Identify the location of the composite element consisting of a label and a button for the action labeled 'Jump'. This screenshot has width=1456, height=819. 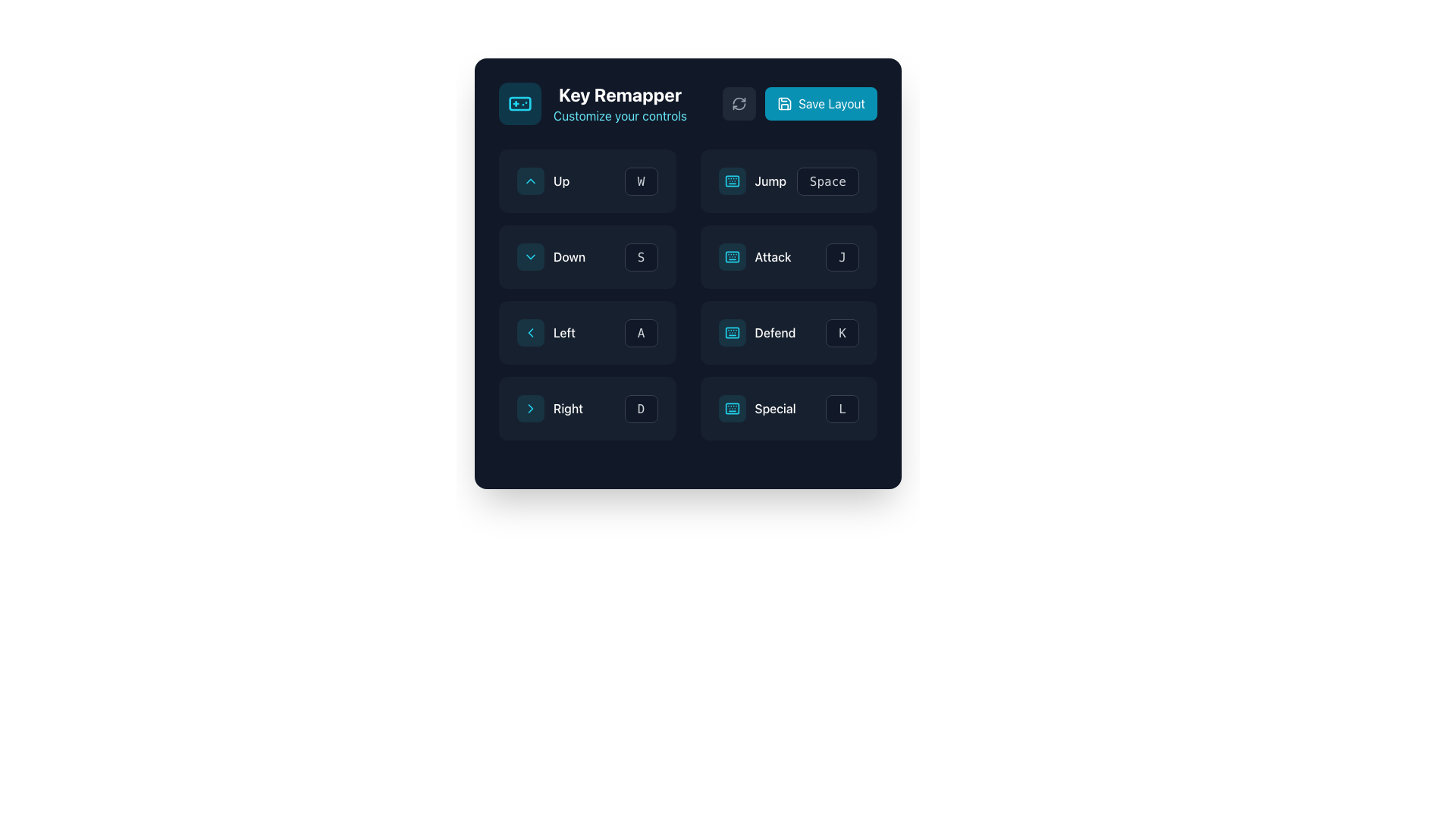
(789, 180).